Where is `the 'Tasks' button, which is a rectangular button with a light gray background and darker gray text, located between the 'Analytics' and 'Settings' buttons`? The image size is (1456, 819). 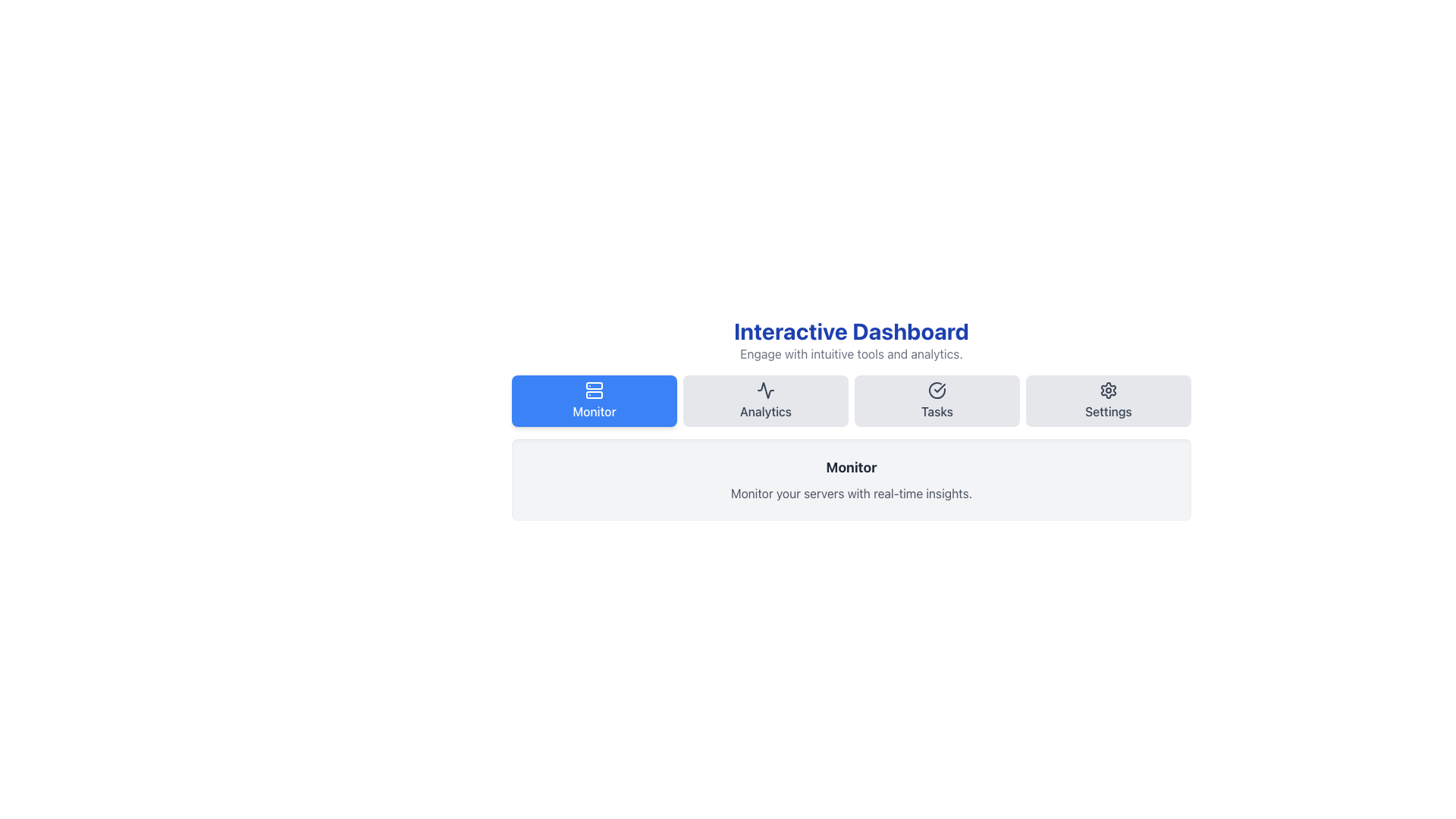
the 'Tasks' button, which is a rectangular button with a light gray background and darker gray text, located between the 'Analytics' and 'Settings' buttons is located at coordinates (937, 400).